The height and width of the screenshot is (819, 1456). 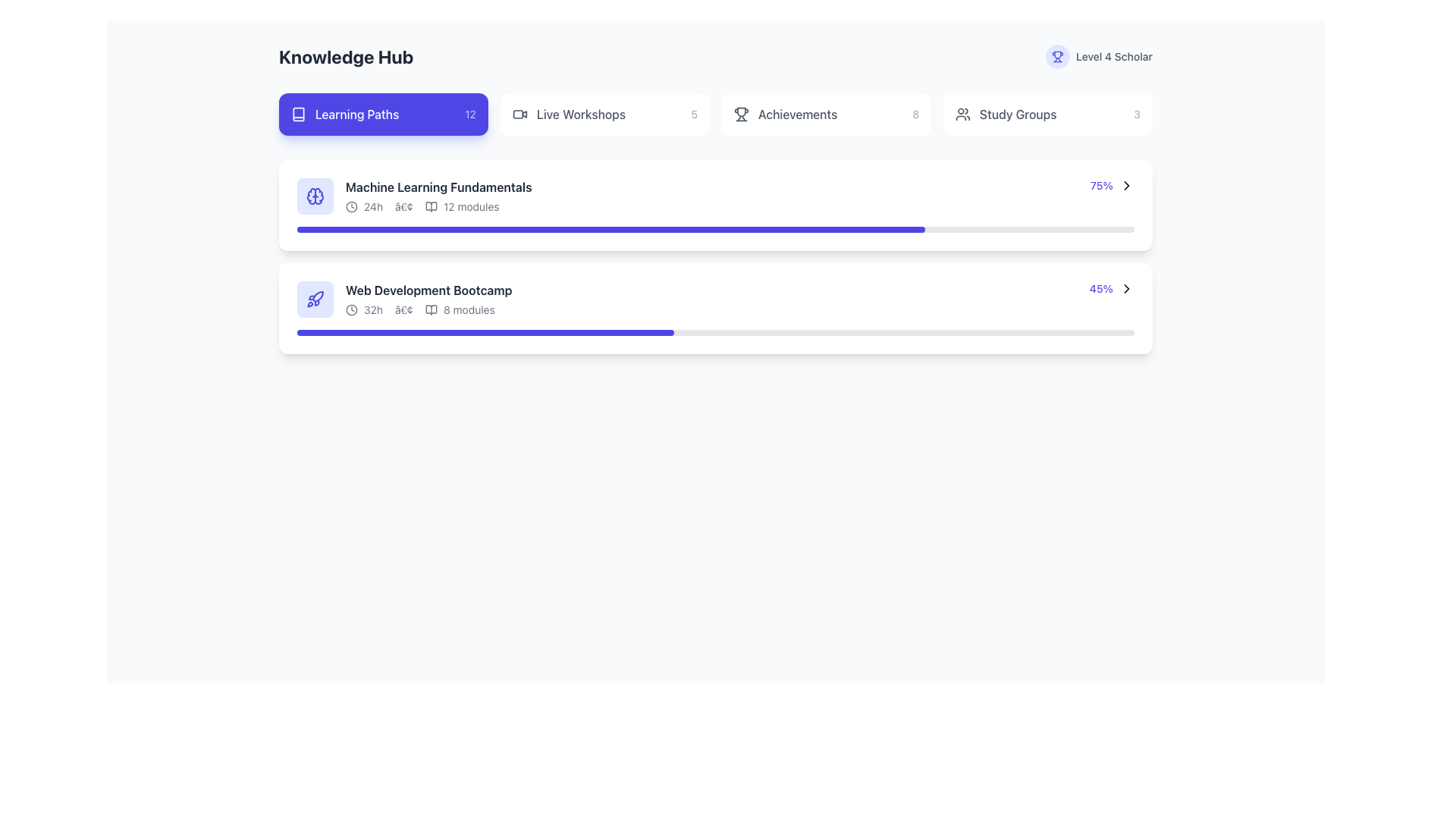 I want to click on the 'Study Groups' text label located on the far right side of the navigation area, so click(x=1018, y=113).